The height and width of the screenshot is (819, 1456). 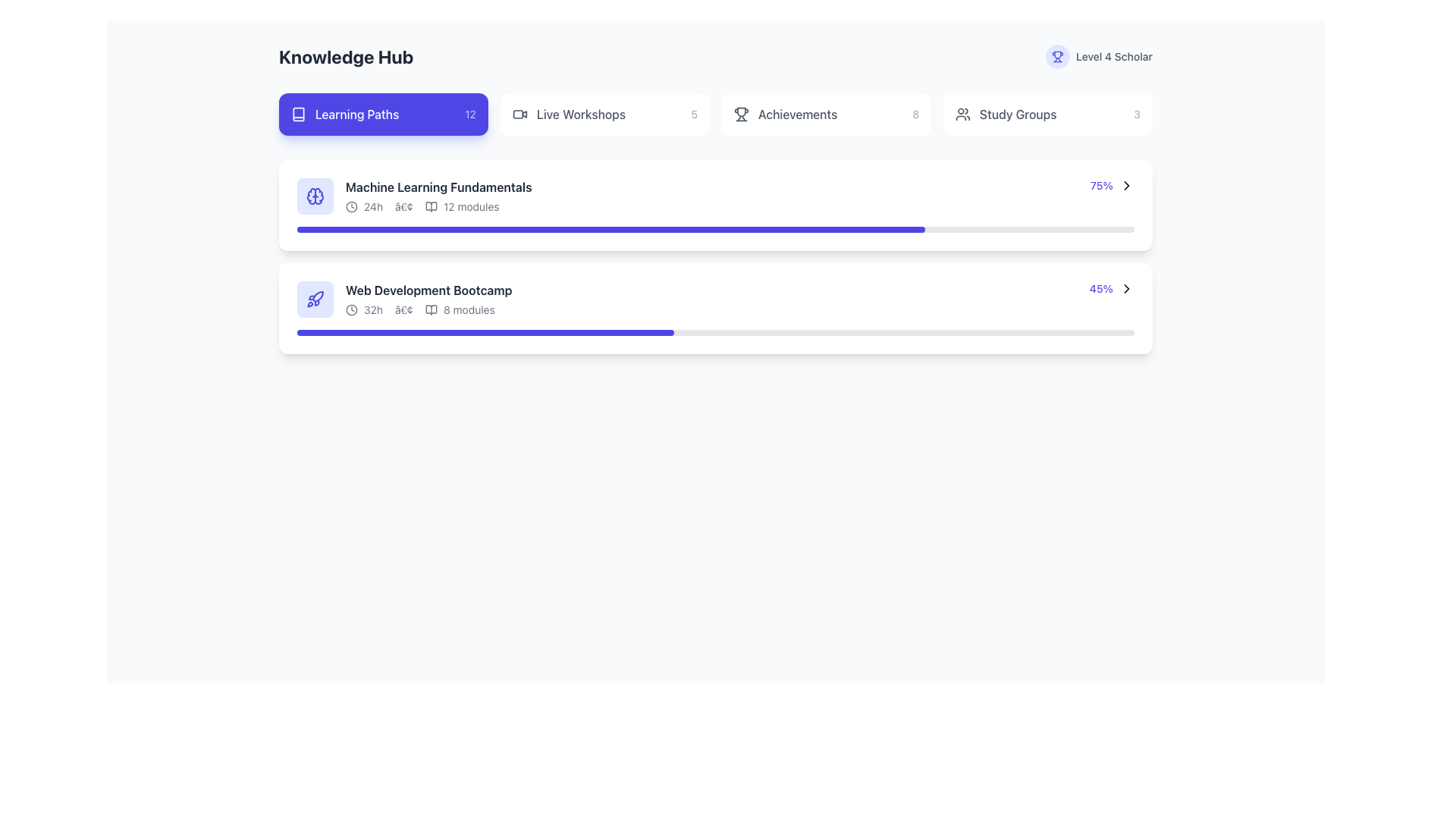 I want to click on the 'Study Groups' text label located on the far right side of the navigation area, so click(x=1018, y=113).